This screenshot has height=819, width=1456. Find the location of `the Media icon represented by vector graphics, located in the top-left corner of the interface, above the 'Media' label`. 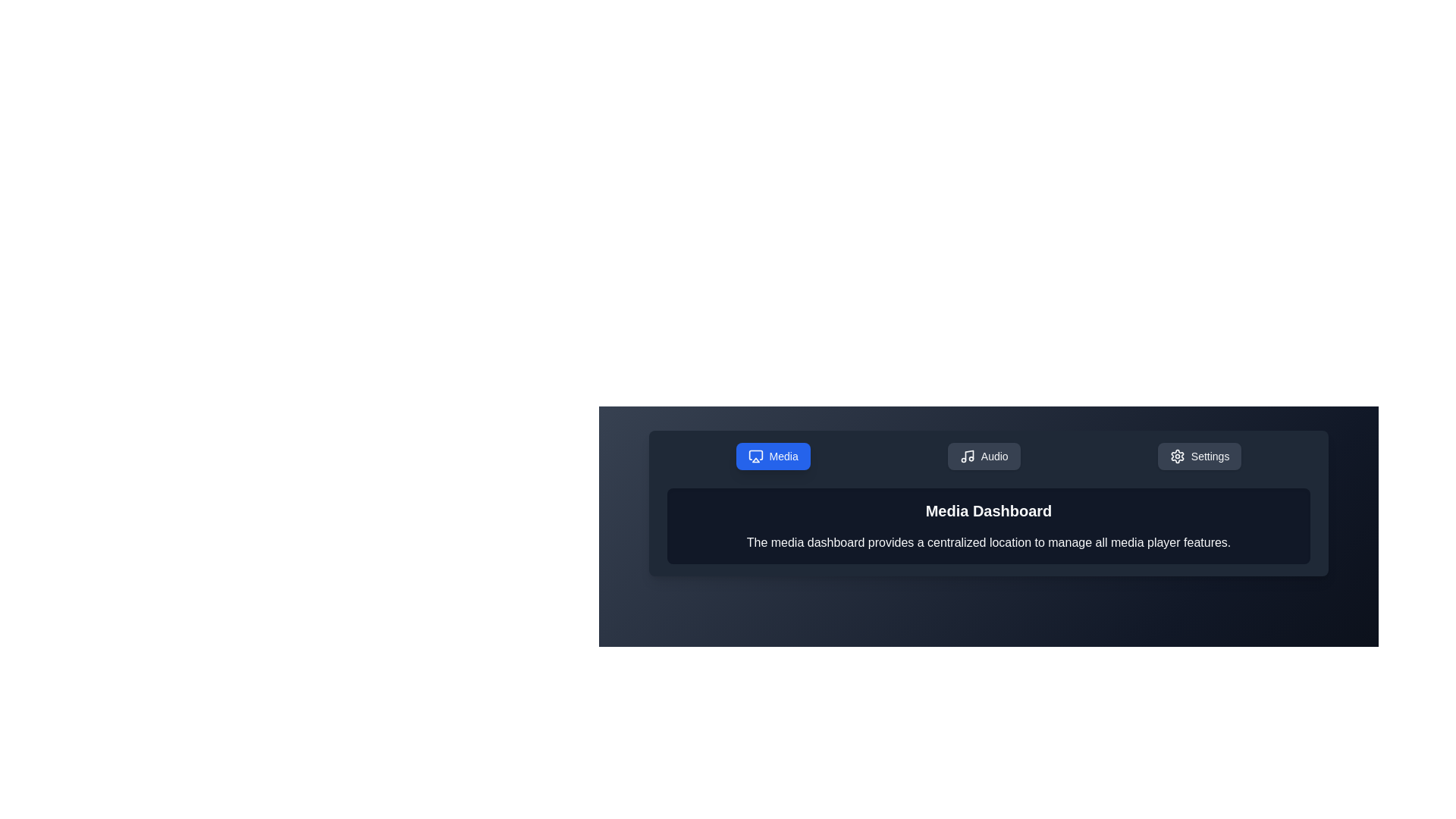

the Media icon represented by vector graphics, located in the top-left corner of the interface, above the 'Media' label is located at coordinates (755, 454).